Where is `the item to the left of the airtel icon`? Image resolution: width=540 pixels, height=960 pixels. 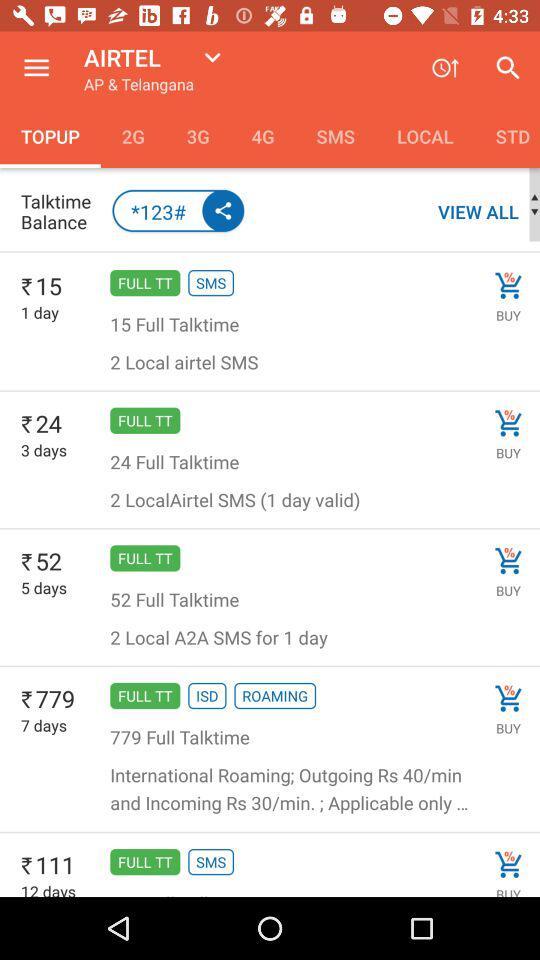
the item to the left of the airtel icon is located at coordinates (36, 68).